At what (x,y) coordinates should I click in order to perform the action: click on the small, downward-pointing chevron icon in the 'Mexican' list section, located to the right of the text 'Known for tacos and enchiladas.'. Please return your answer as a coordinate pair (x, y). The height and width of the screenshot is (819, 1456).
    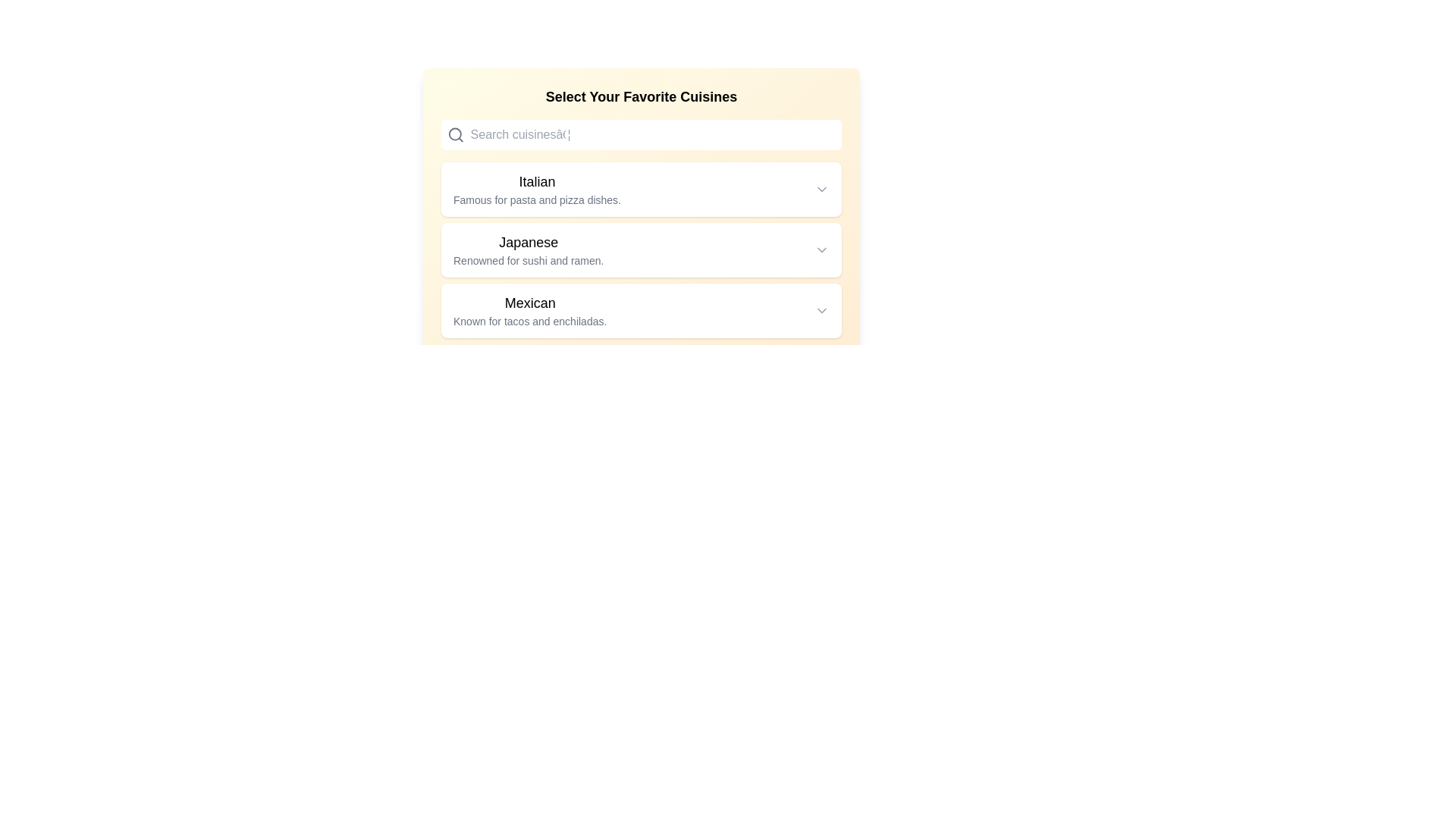
    Looking at the image, I should click on (821, 309).